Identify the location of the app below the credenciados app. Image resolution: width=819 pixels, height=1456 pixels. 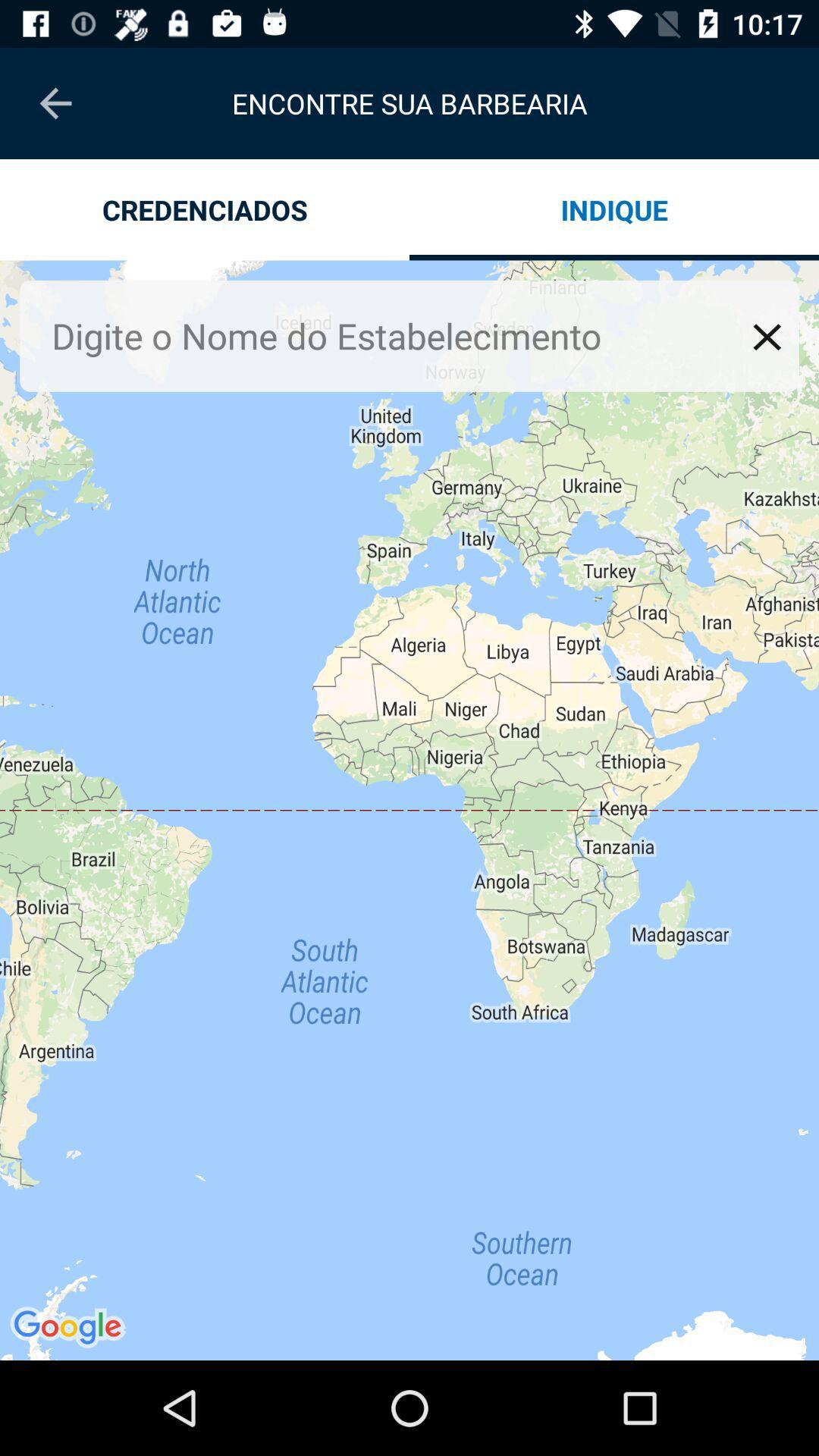
(397, 335).